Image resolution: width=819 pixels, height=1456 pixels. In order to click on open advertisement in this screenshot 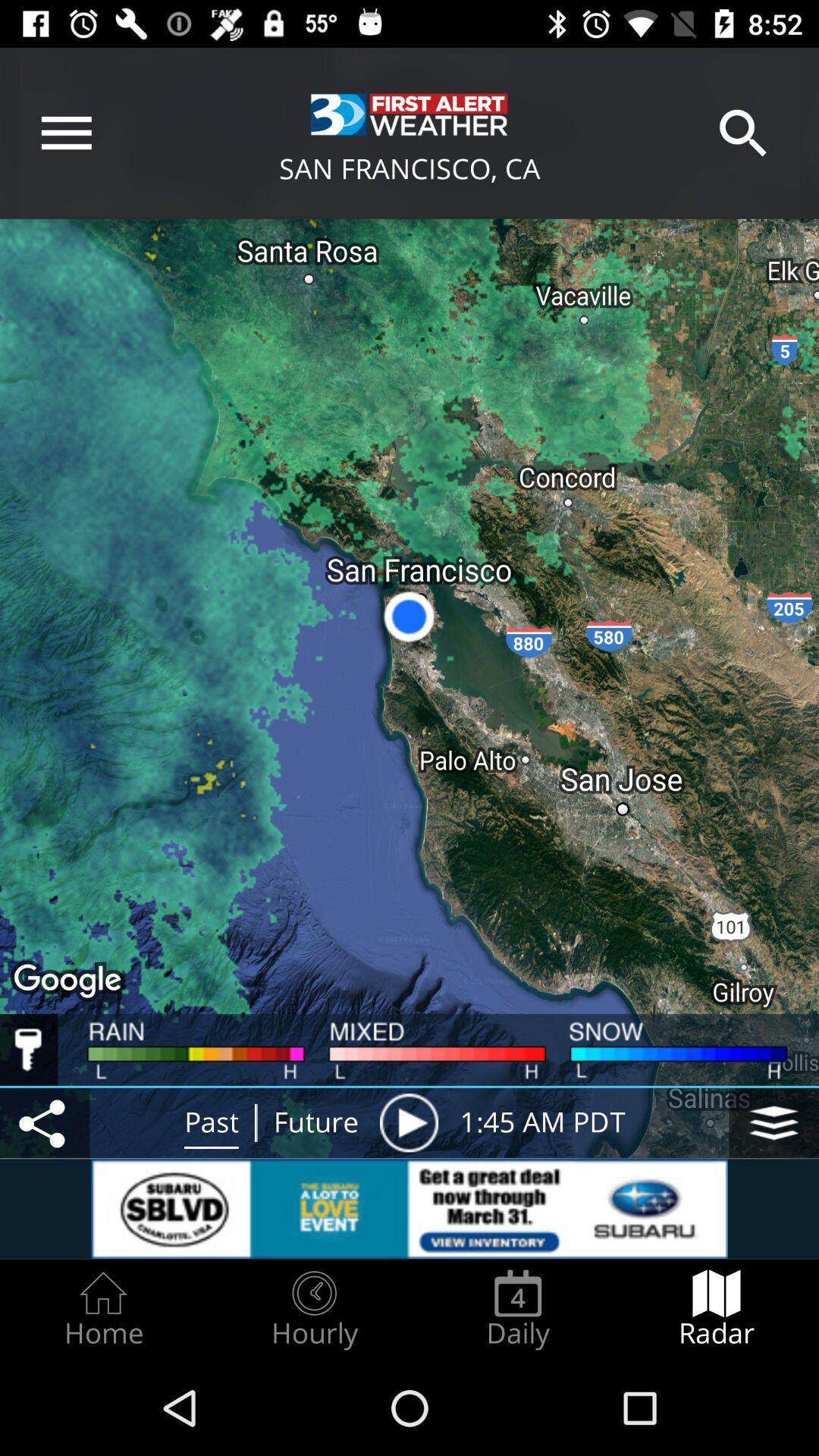, I will do `click(409, 1208)`.